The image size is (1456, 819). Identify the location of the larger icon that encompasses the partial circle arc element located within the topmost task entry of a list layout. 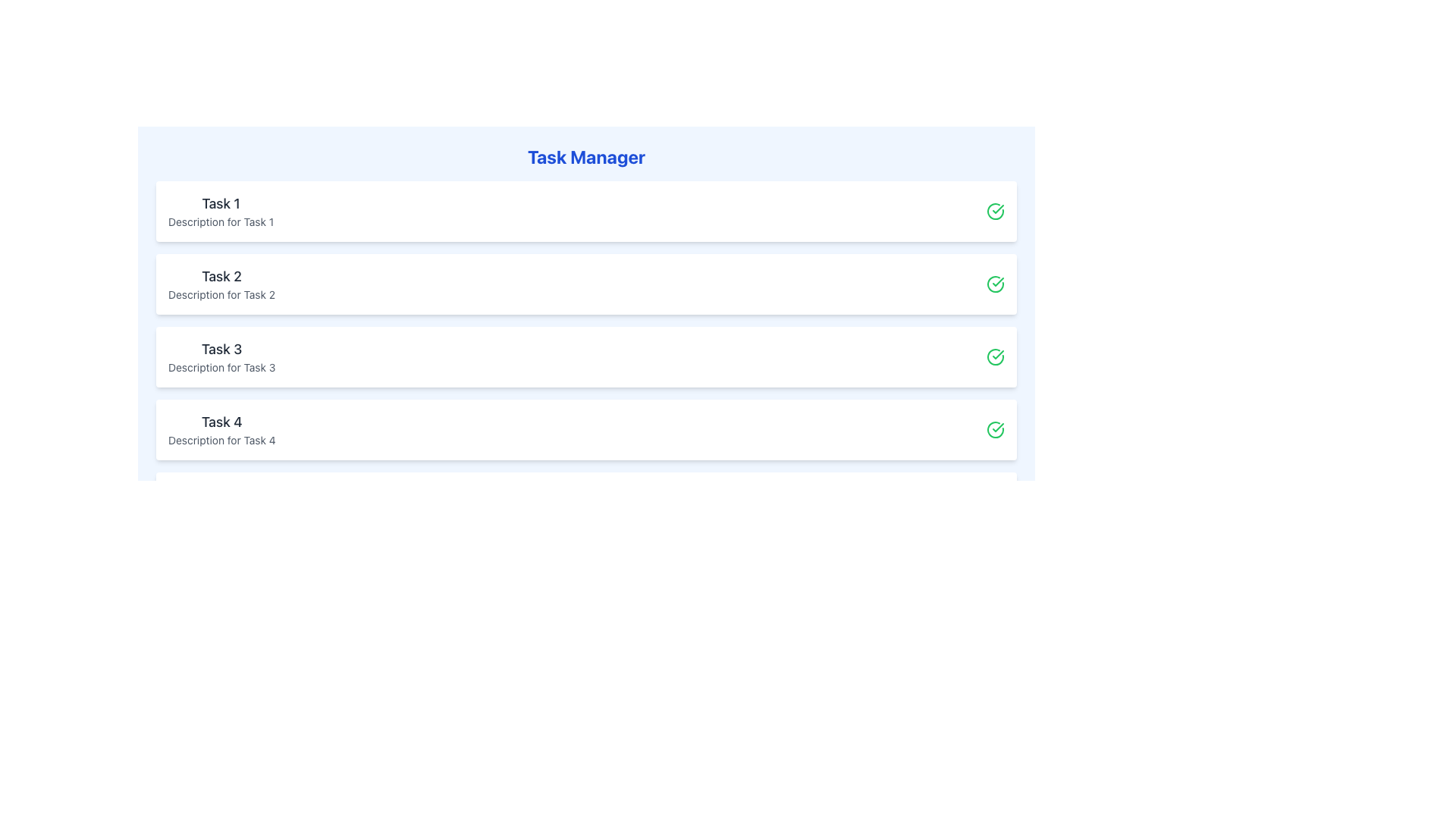
(996, 210).